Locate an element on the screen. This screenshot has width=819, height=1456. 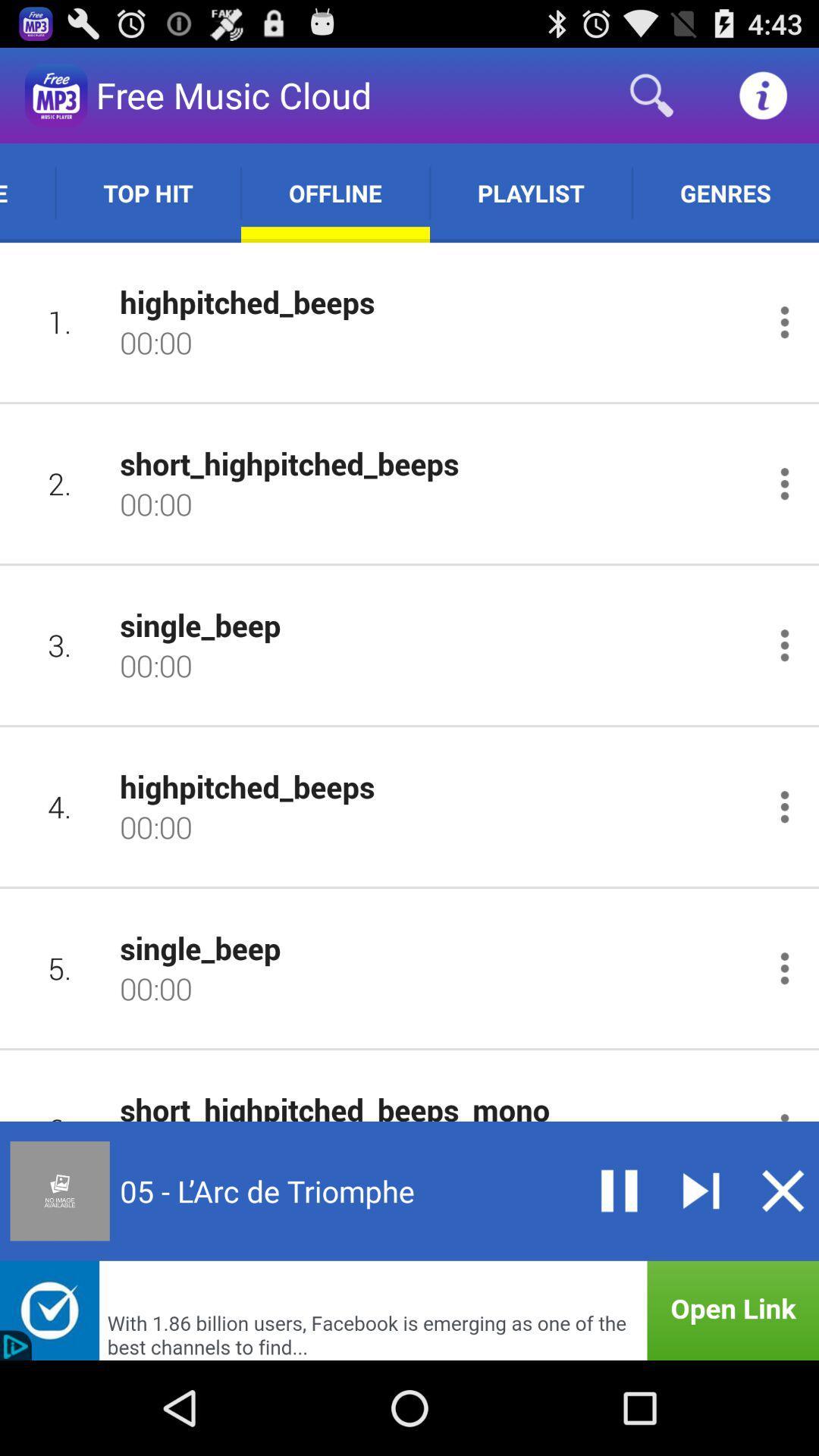
the icon next to highpitched_beeps is located at coordinates (59, 805).